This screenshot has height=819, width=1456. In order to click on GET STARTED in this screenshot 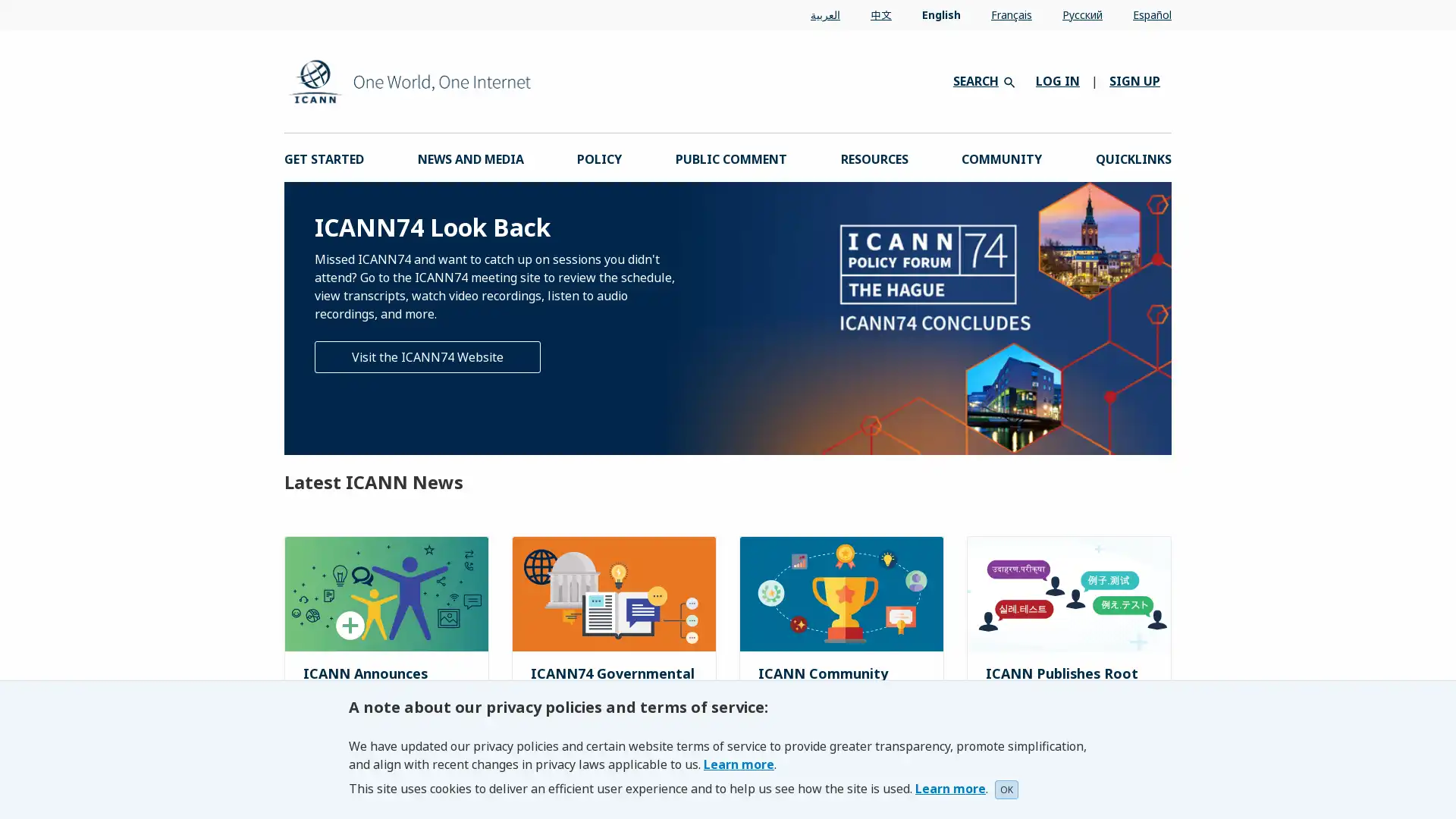, I will do `click(323, 158)`.